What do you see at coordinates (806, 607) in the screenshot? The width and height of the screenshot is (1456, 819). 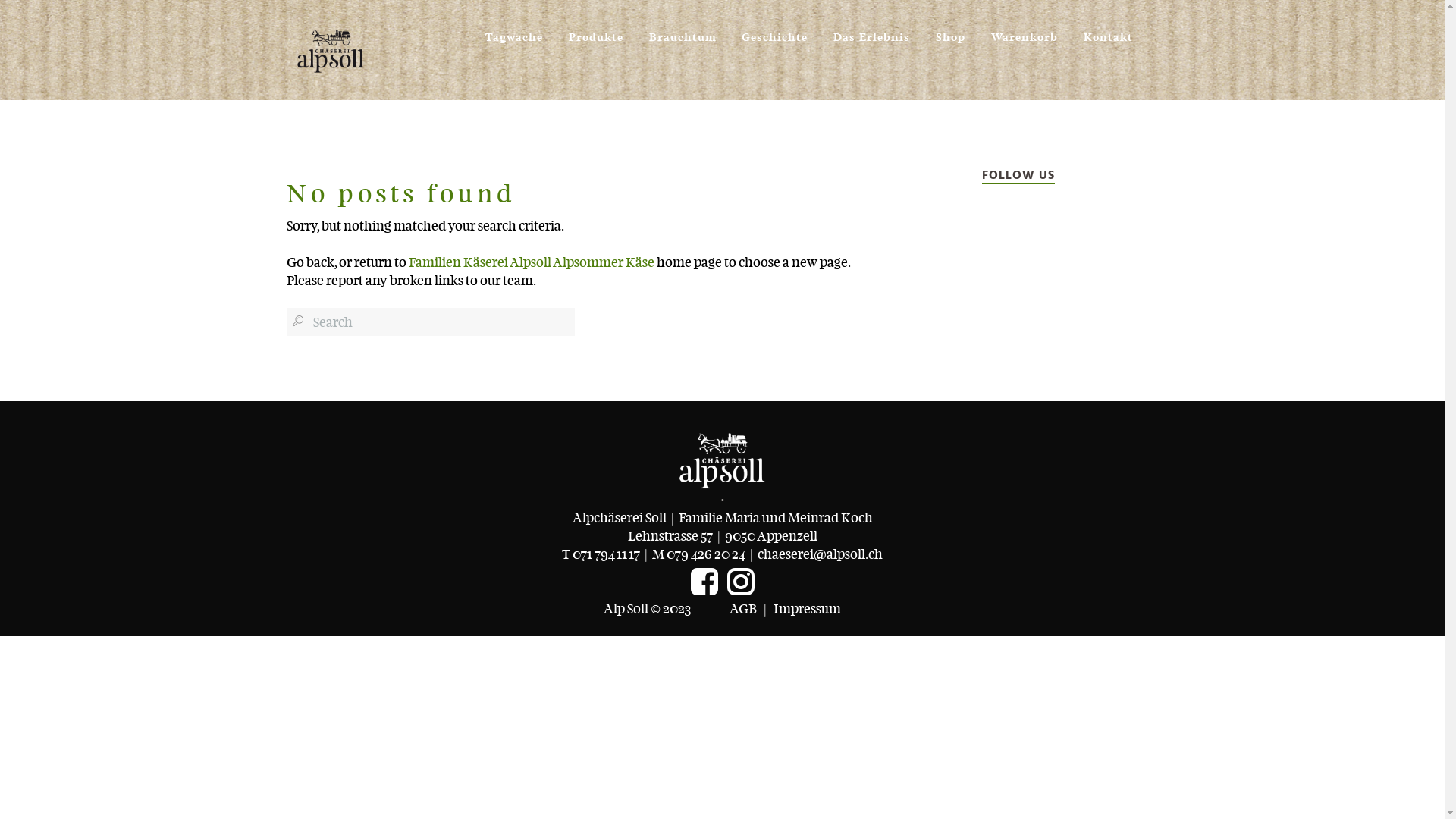 I see `'Impressum'` at bounding box center [806, 607].